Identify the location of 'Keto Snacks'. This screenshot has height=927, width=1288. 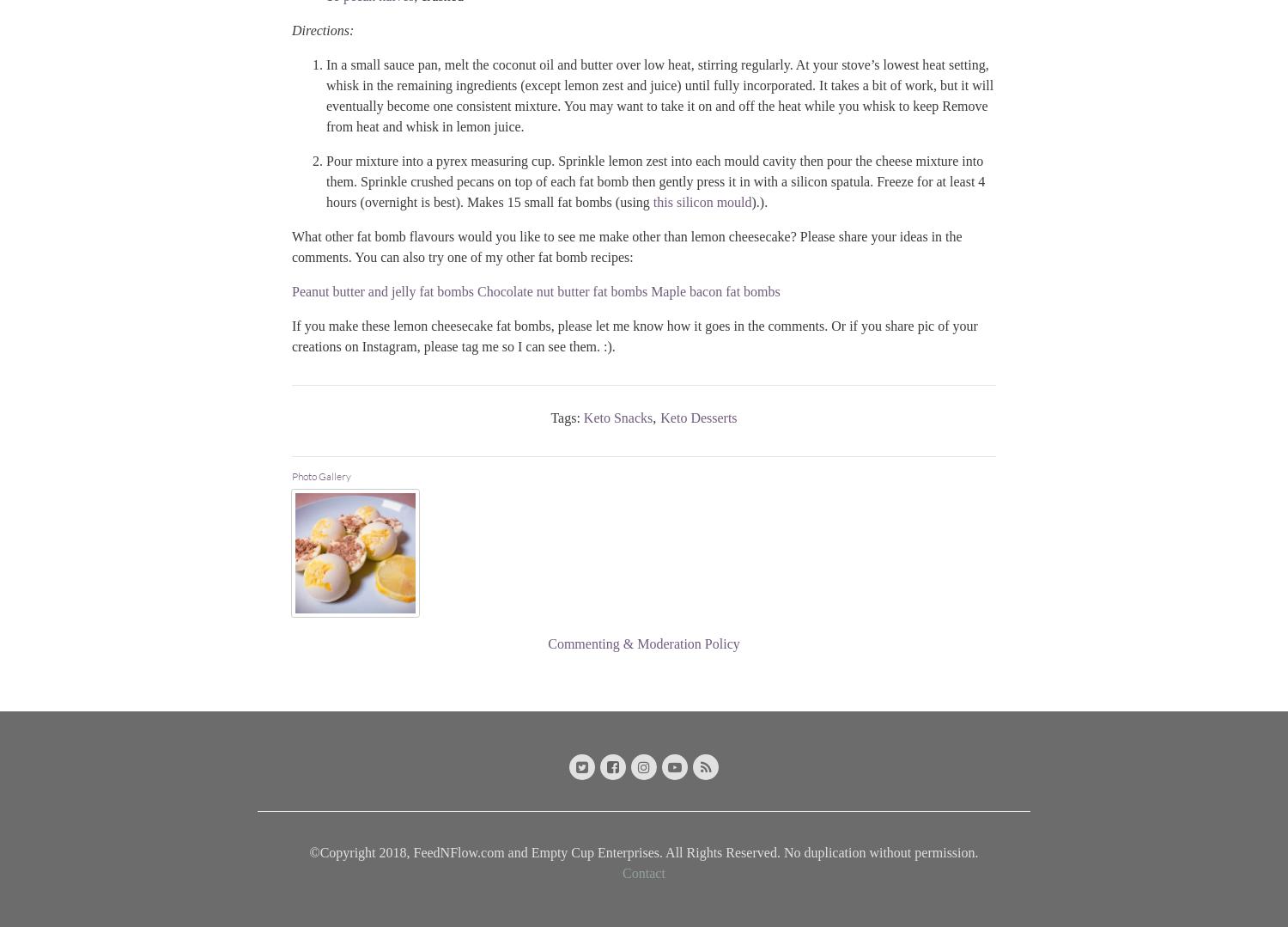
(617, 416).